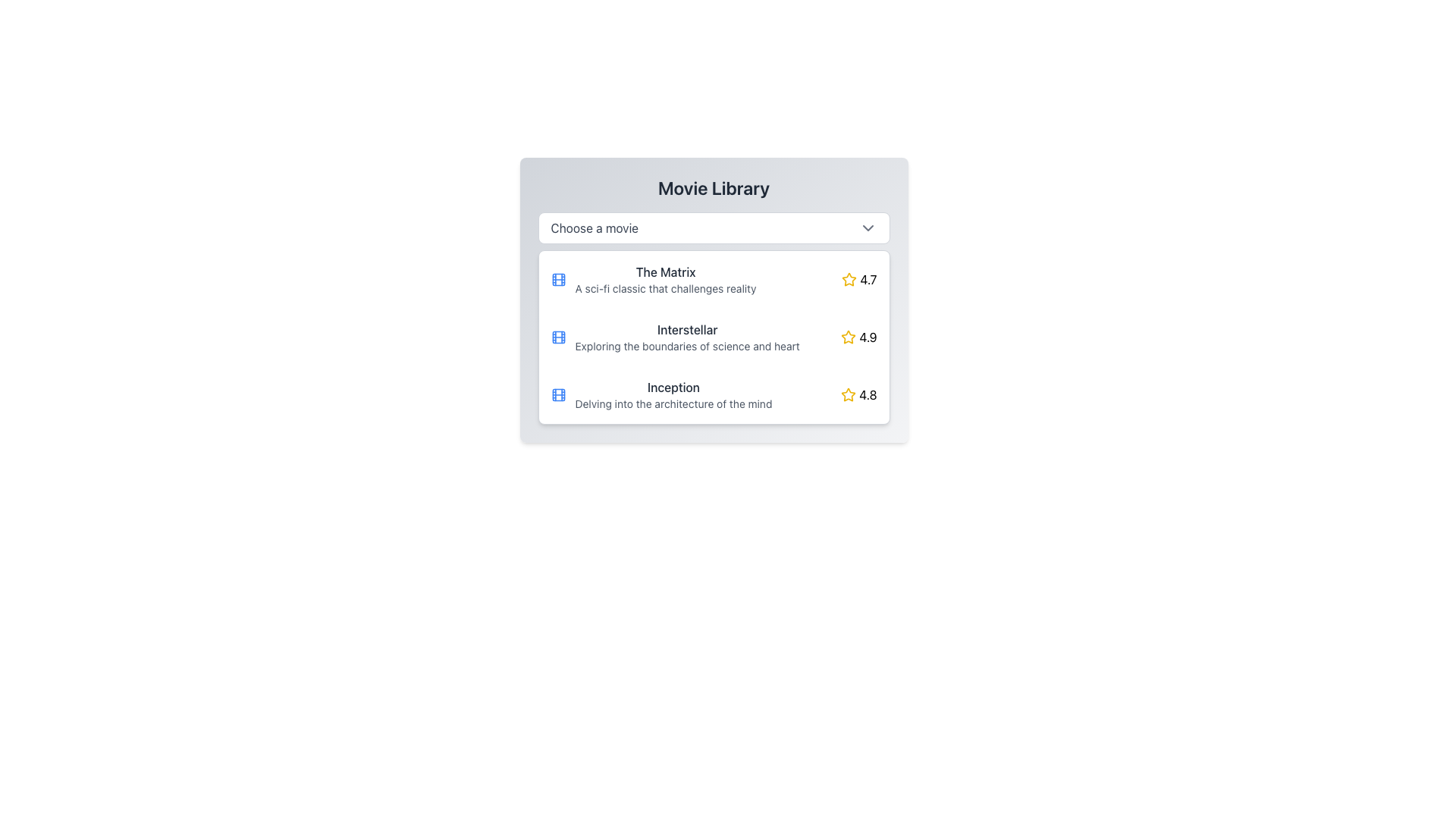 Image resolution: width=1456 pixels, height=819 pixels. What do you see at coordinates (868, 394) in the screenshot?
I see `numerical rating text label '4.8' that appears alongside a yellow star icon in the third row of the movie list titled 'Inception'` at bounding box center [868, 394].